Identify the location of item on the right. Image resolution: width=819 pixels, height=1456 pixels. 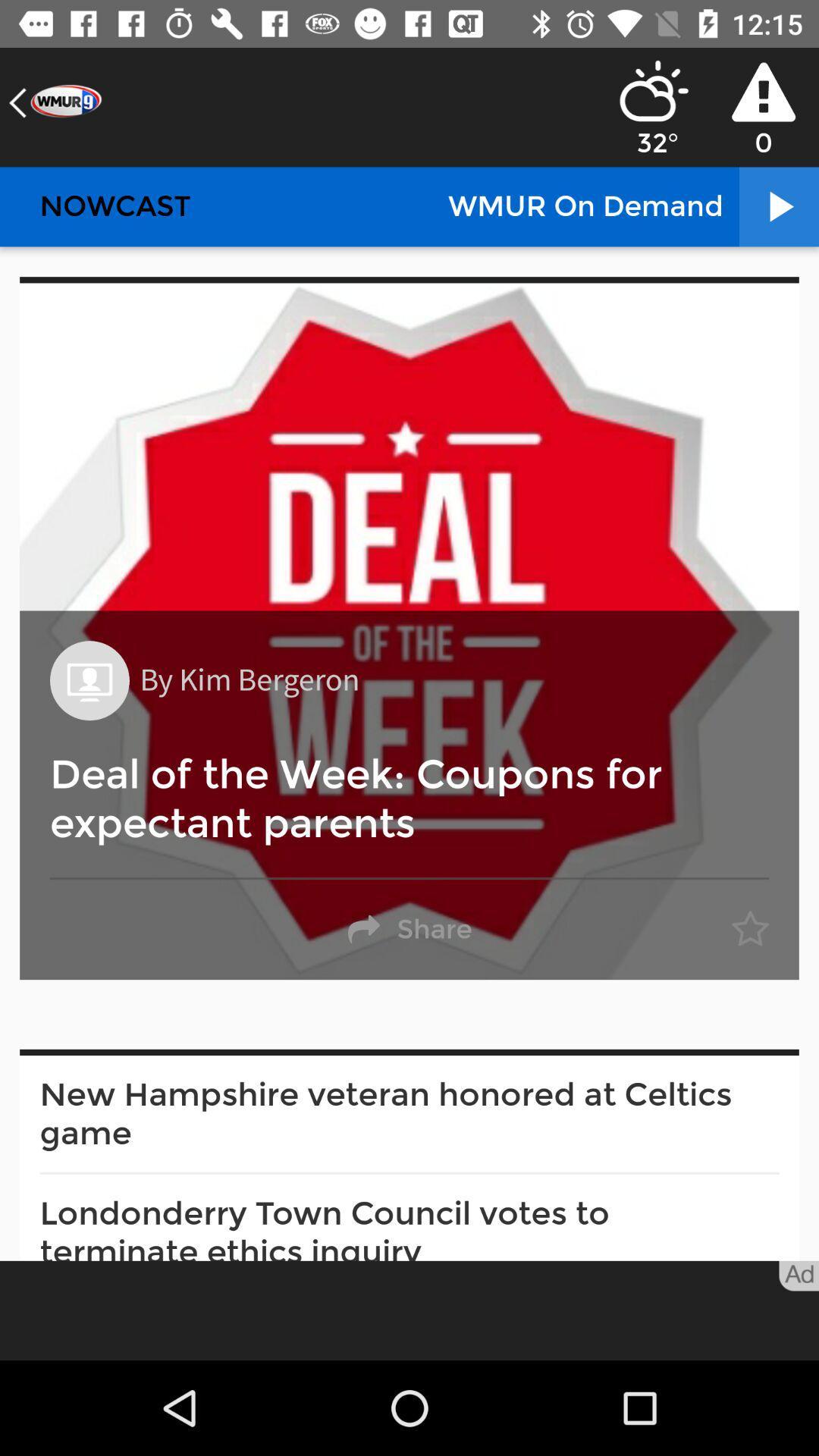
(749, 929).